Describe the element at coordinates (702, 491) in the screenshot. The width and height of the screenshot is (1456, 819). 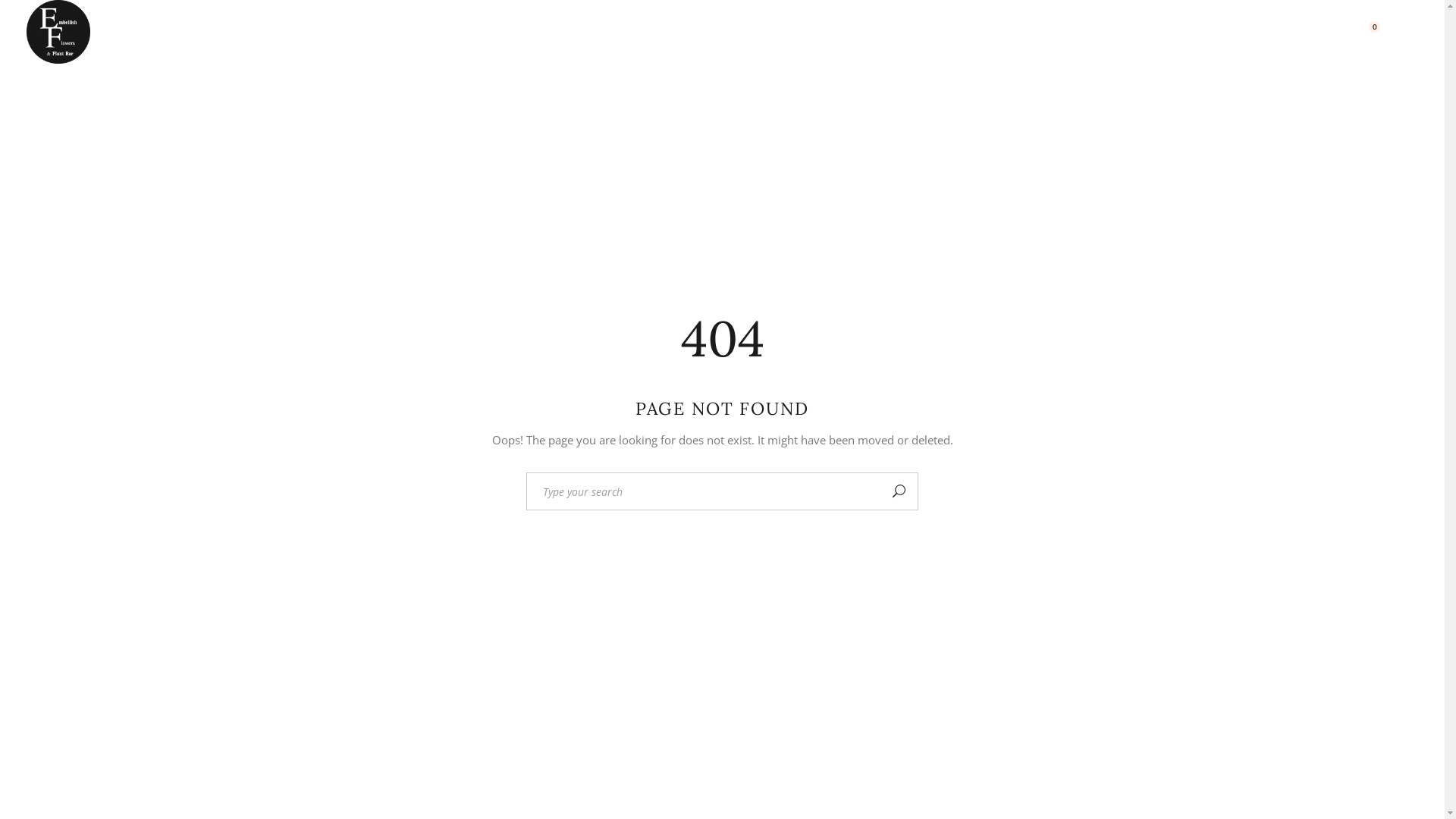
I see `'Search for:'` at that location.